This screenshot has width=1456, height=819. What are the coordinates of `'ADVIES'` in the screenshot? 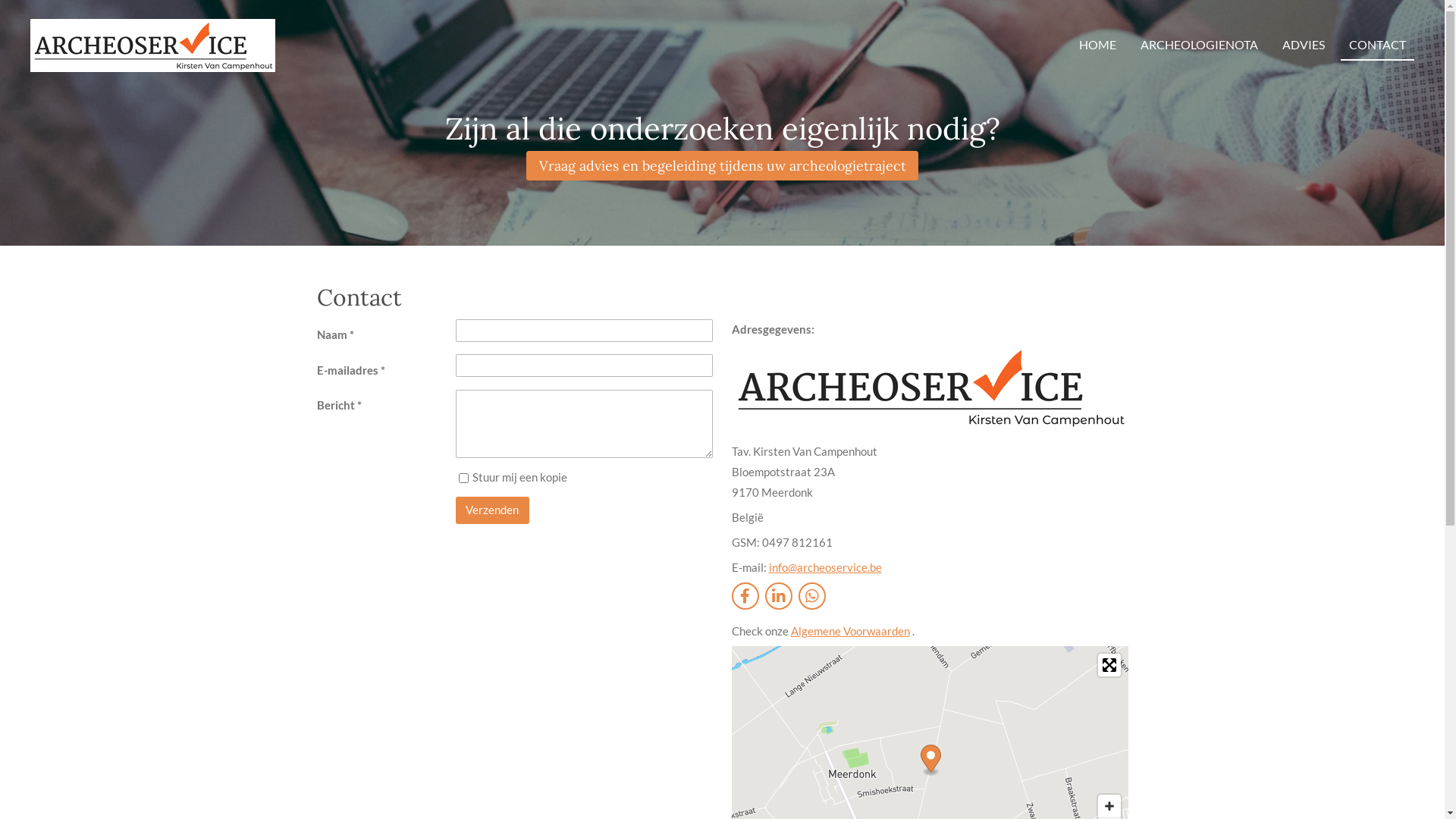 It's located at (1302, 45).